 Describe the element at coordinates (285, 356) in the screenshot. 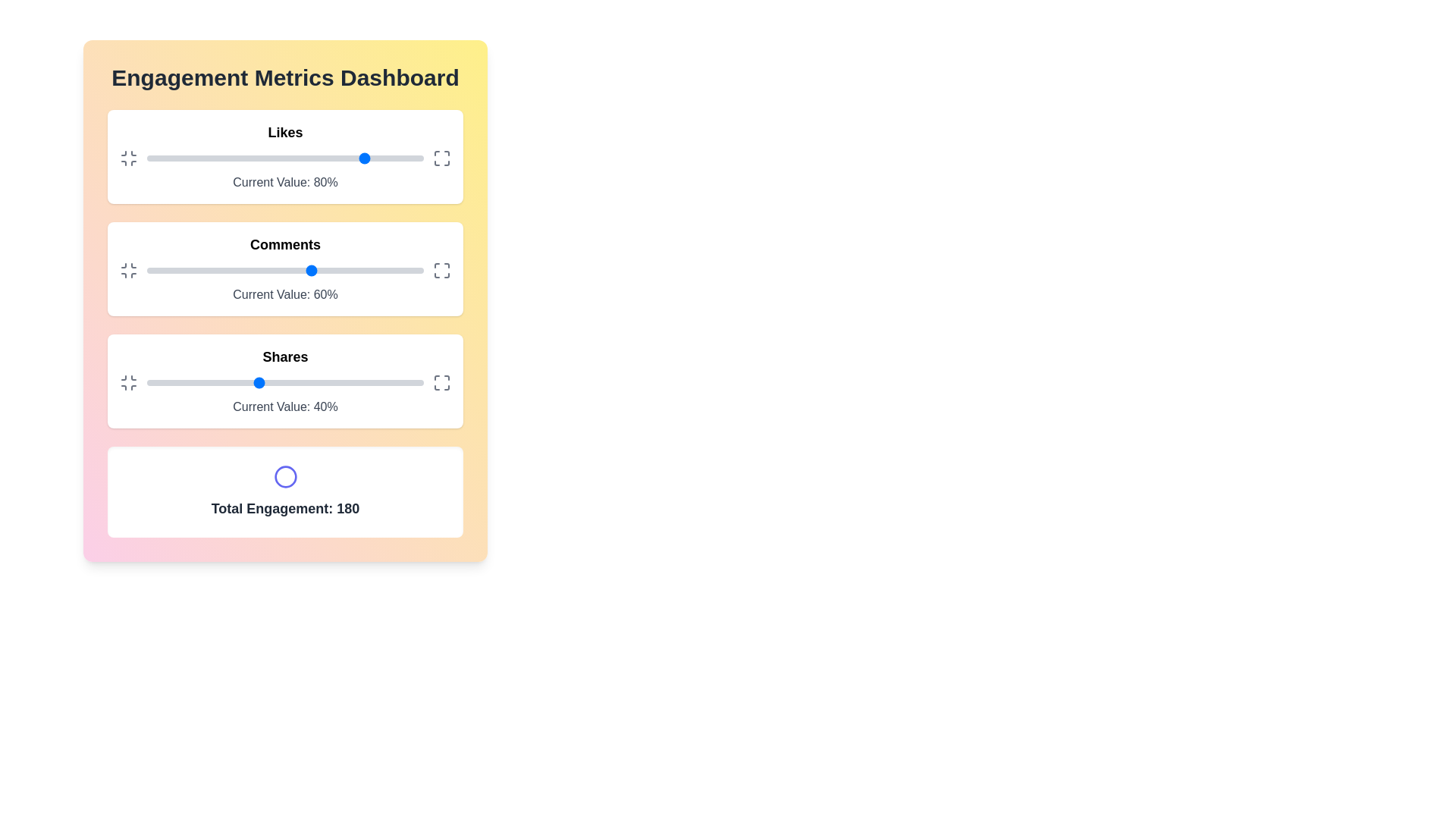

I see `the 'Shares' text label, which is bold, capitalized, and prominently displayed in the engagement metrics section` at that location.